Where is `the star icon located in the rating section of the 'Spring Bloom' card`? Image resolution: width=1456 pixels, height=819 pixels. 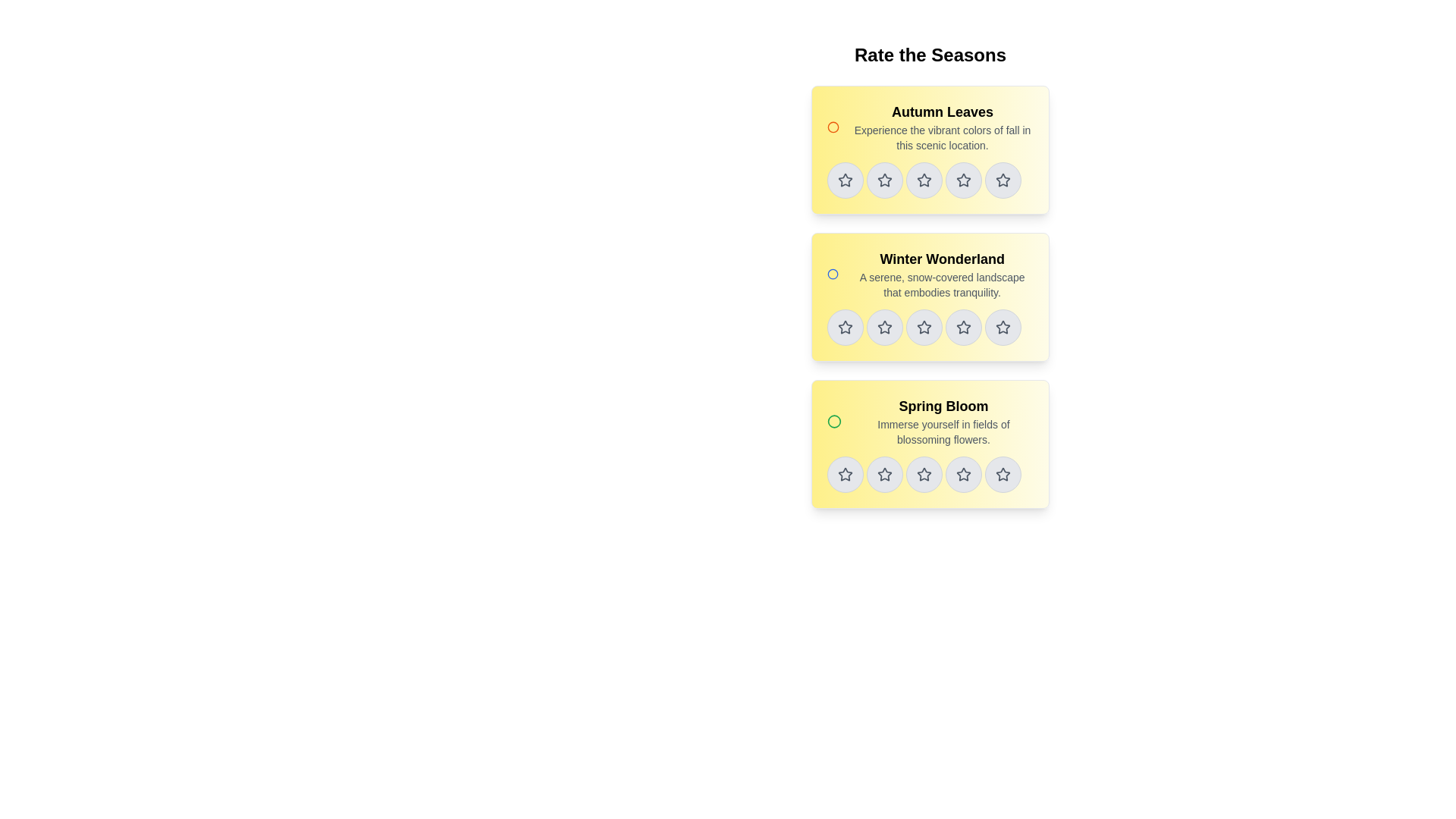
the star icon located in the rating section of the 'Spring Bloom' card is located at coordinates (1003, 473).